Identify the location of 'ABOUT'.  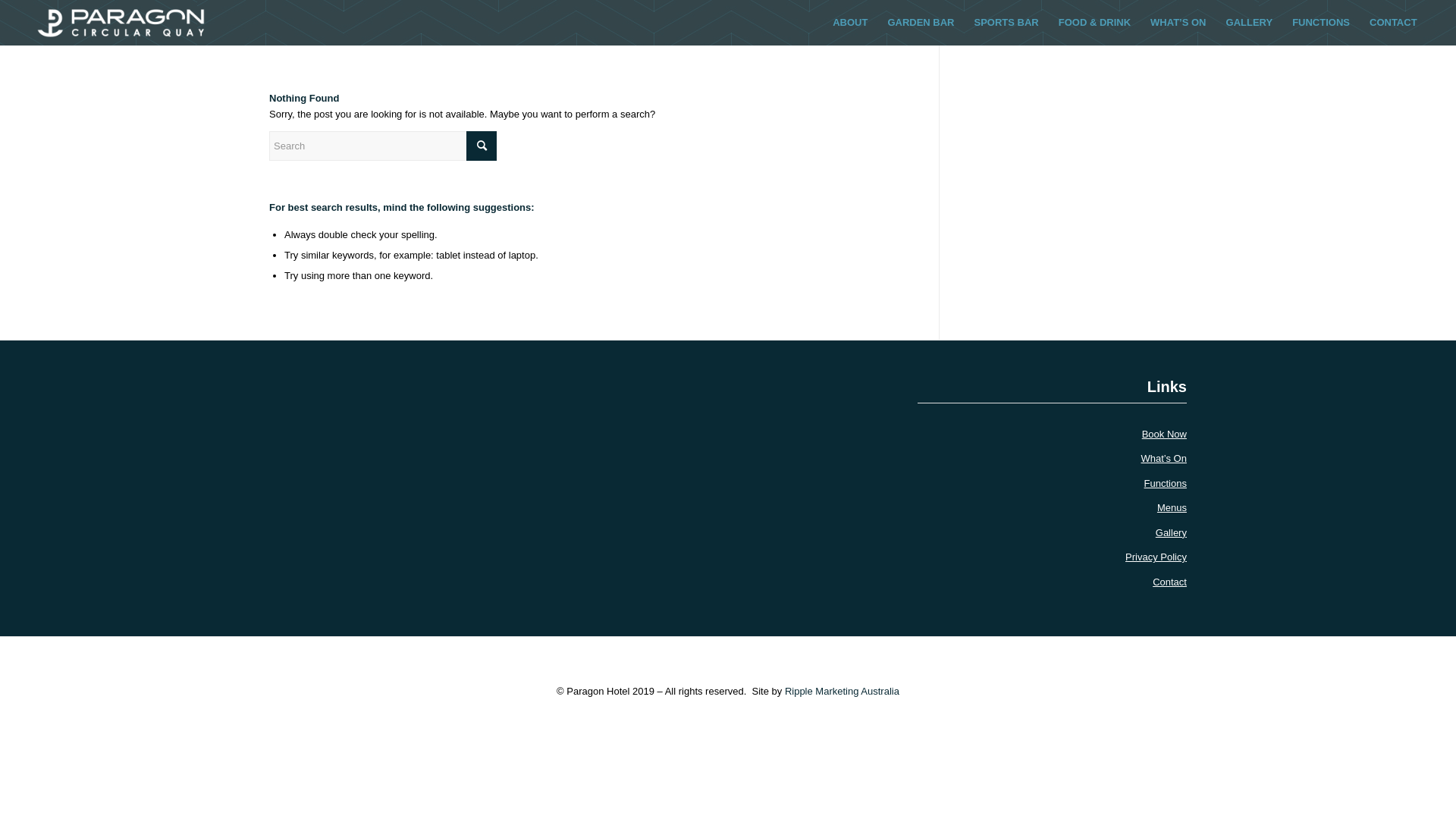
(850, 23).